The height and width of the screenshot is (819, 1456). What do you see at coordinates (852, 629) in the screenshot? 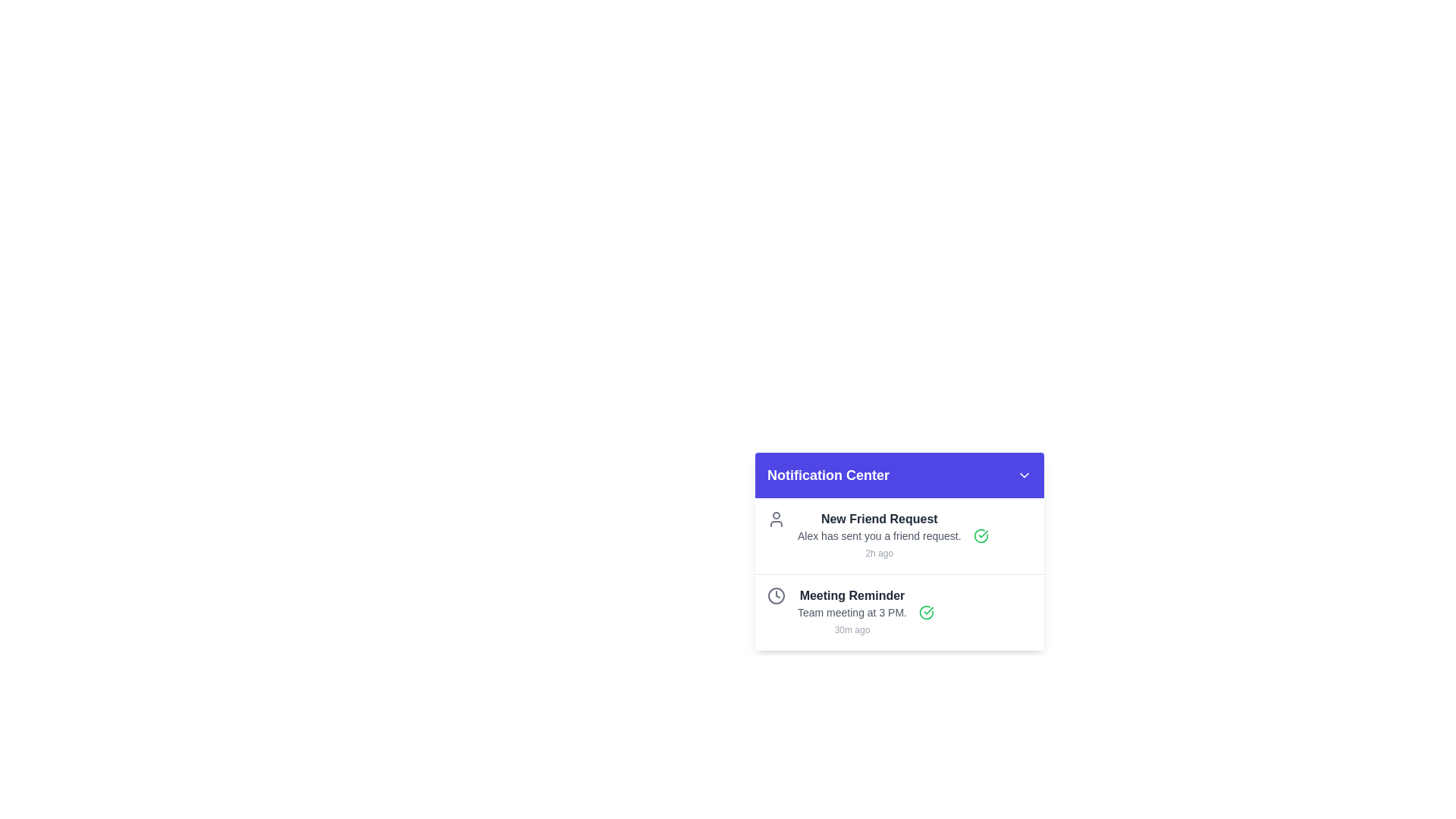
I see `text label '30m ago' located at the bottom-right of the 'Meeting Reminder' notification card in the 'Notification Center' interface for timestamp information` at bounding box center [852, 629].